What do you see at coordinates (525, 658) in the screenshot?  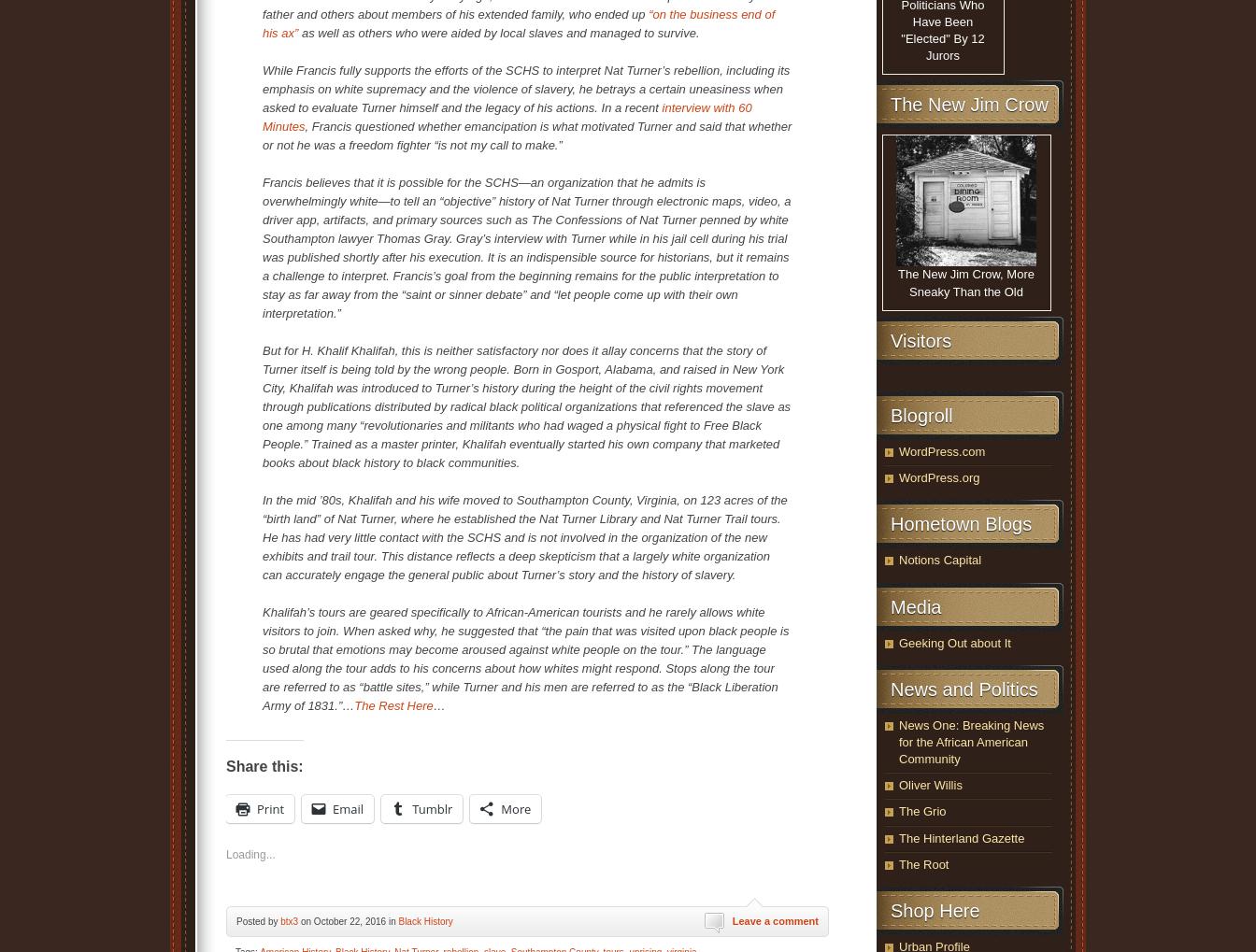 I see `'Khalifah’s tours are geared specifically to African-American tourists and he rarely allows white visitors to join. When asked why, he suggested that “the pain that was visited upon black people is so brutal that emotions may become aroused against white people on the tour.” The language used along the tour adds to his concerns about how whites might respond. Stops along the tour are referred to as “battle sites,” while Turner and his men are referred to as the “Black Liberation Army of 1831.”…'` at bounding box center [525, 658].